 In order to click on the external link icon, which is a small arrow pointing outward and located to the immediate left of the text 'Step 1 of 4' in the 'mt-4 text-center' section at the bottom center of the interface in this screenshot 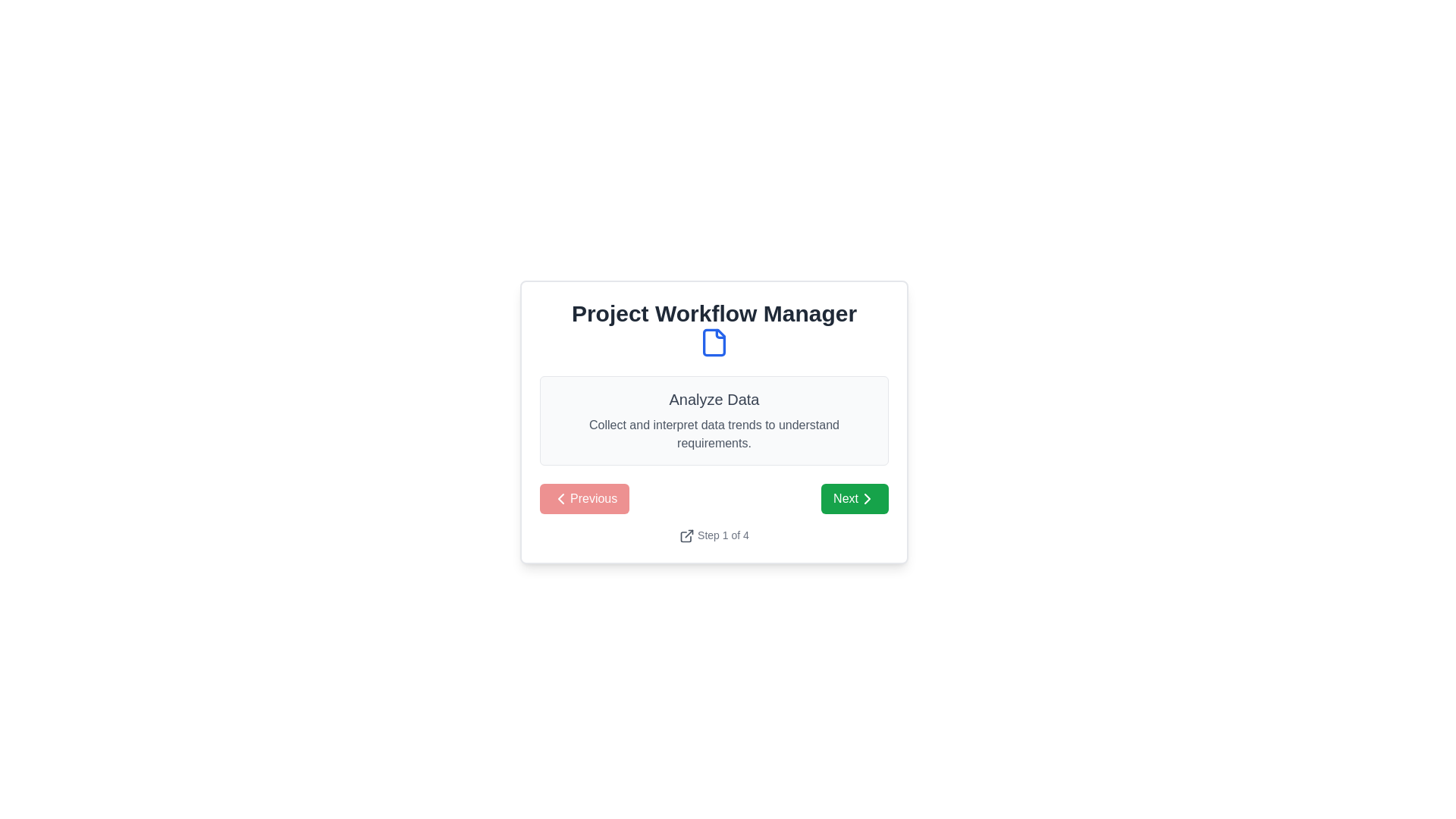, I will do `click(686, 535)`.